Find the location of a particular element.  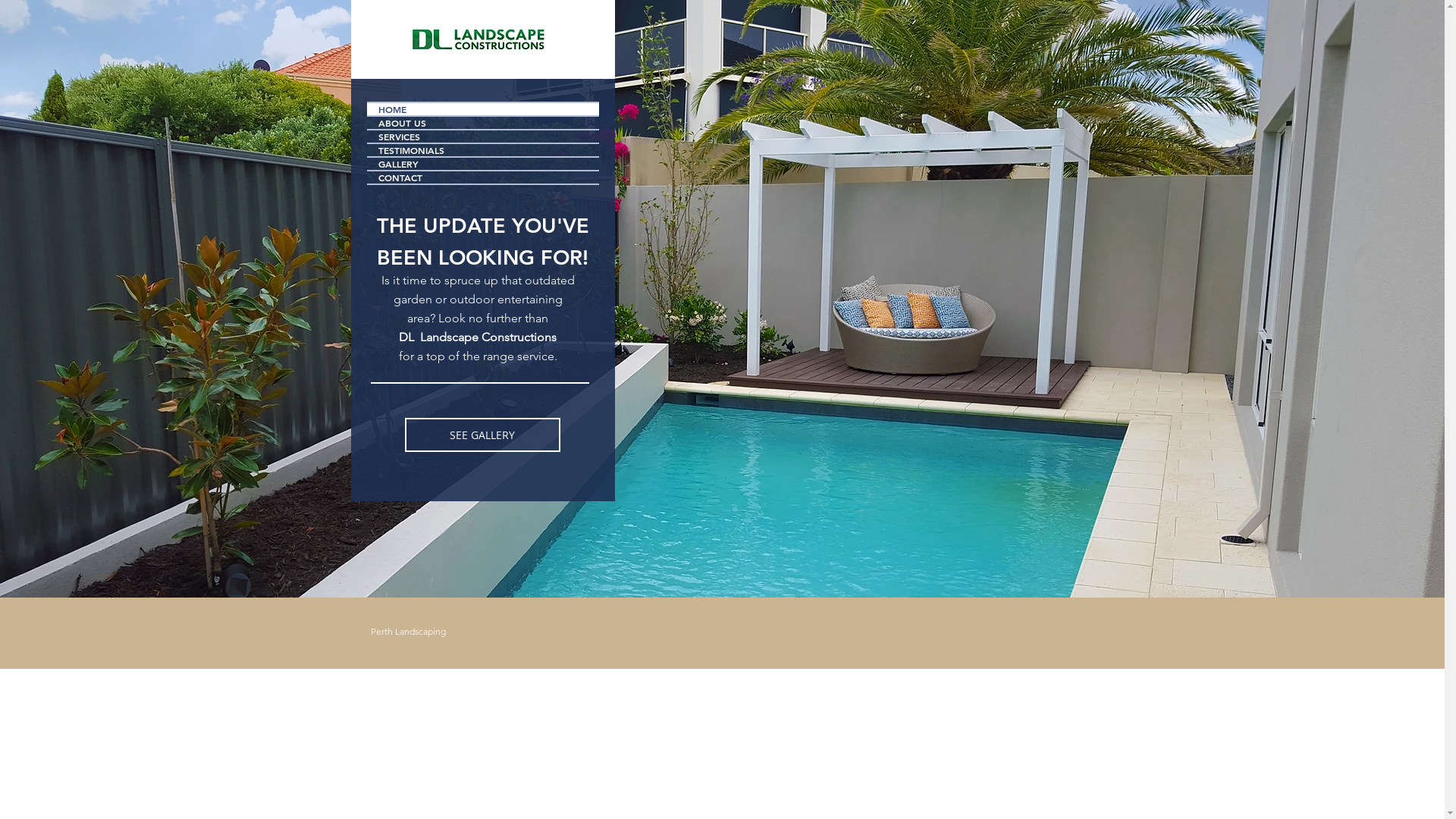

'HOME' is located at coordinates (367, 108).